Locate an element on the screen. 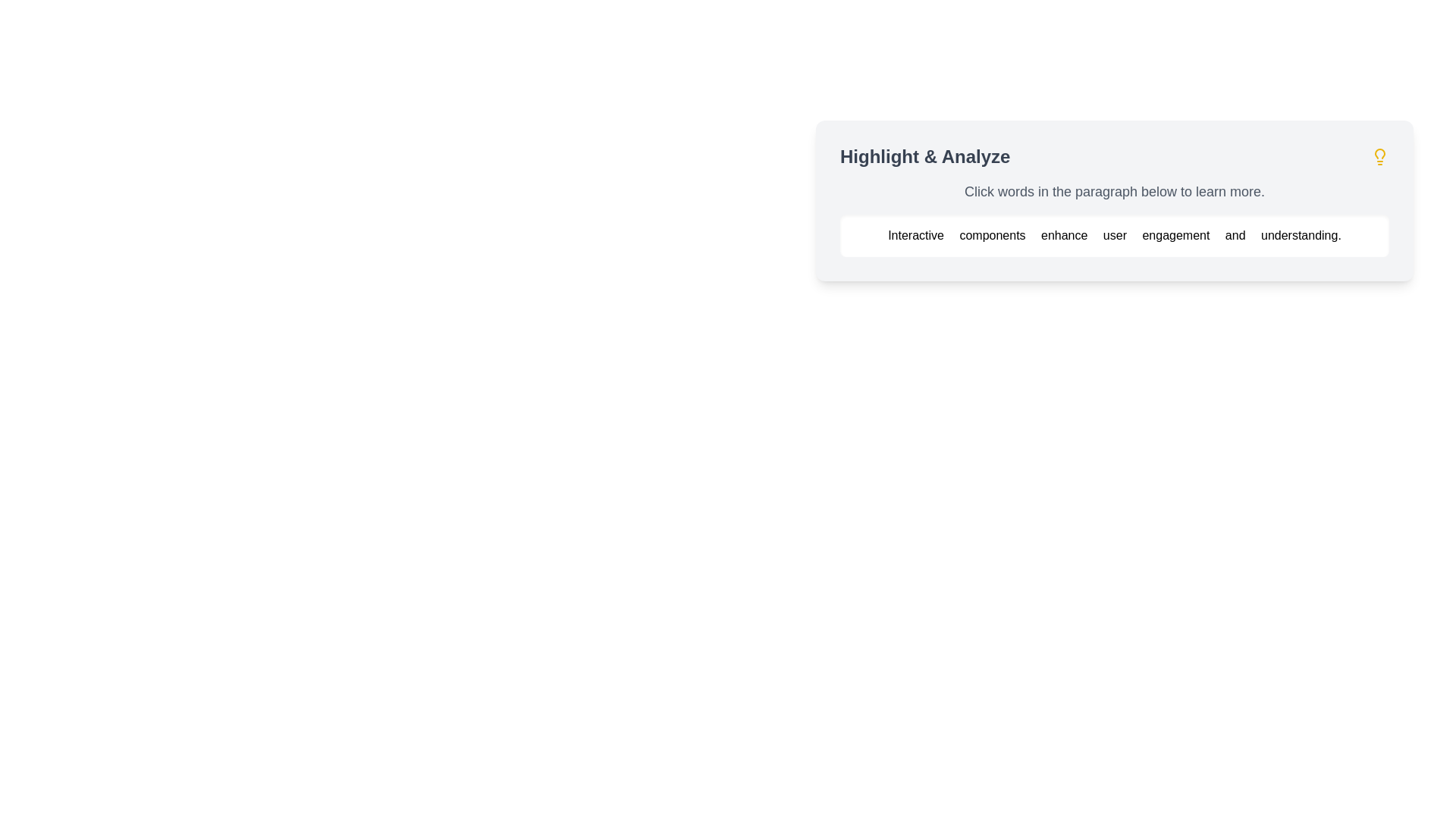 The image size is (1456, 819). the text element 'enhance' which is styled with a white background and changes to yellow on hover, located between 'components' and 'user' is located at coordinates (1065, 235).